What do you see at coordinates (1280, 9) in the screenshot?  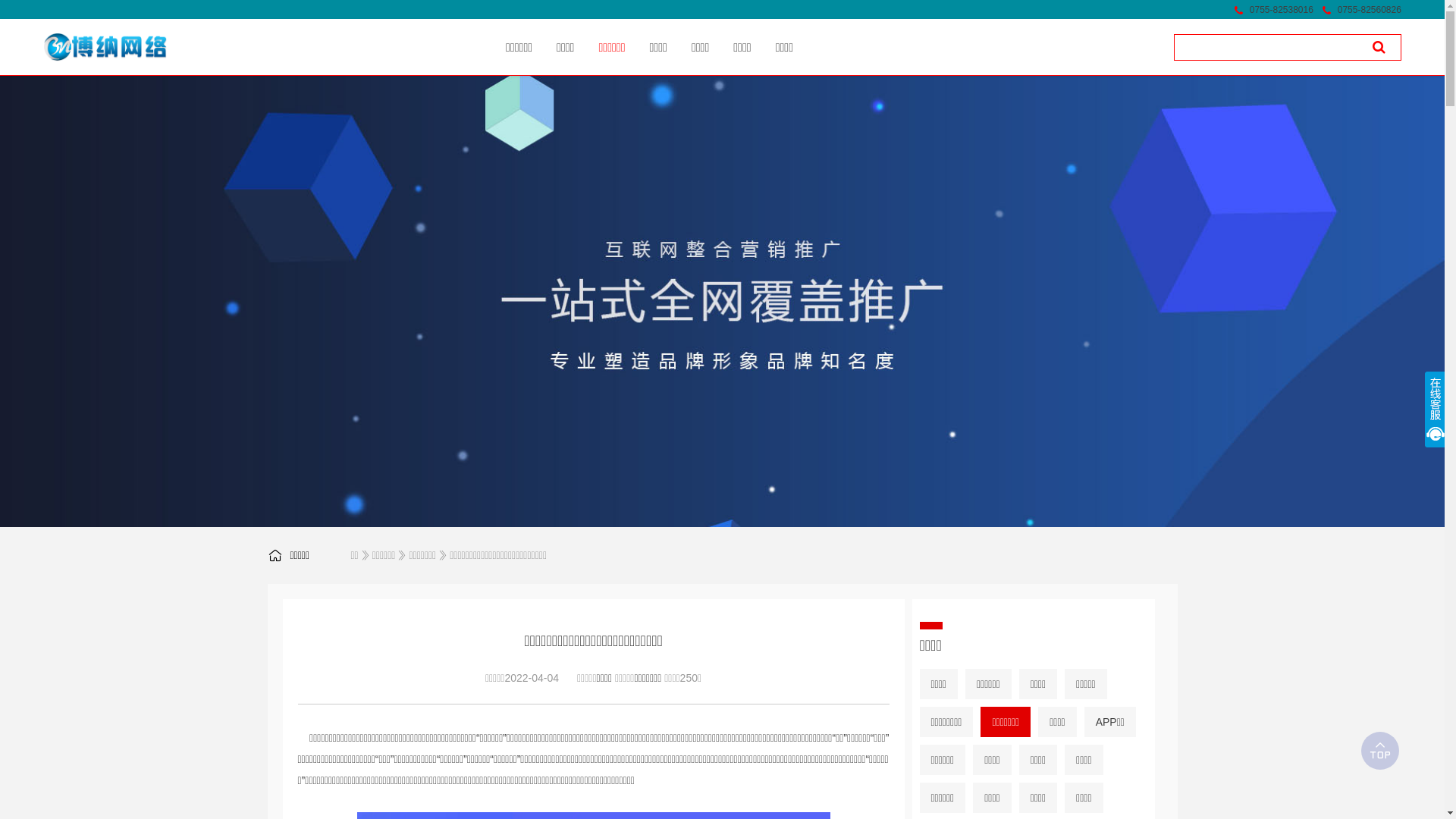 I see `'0755-82538016'` at bounding box center [1280, 9].